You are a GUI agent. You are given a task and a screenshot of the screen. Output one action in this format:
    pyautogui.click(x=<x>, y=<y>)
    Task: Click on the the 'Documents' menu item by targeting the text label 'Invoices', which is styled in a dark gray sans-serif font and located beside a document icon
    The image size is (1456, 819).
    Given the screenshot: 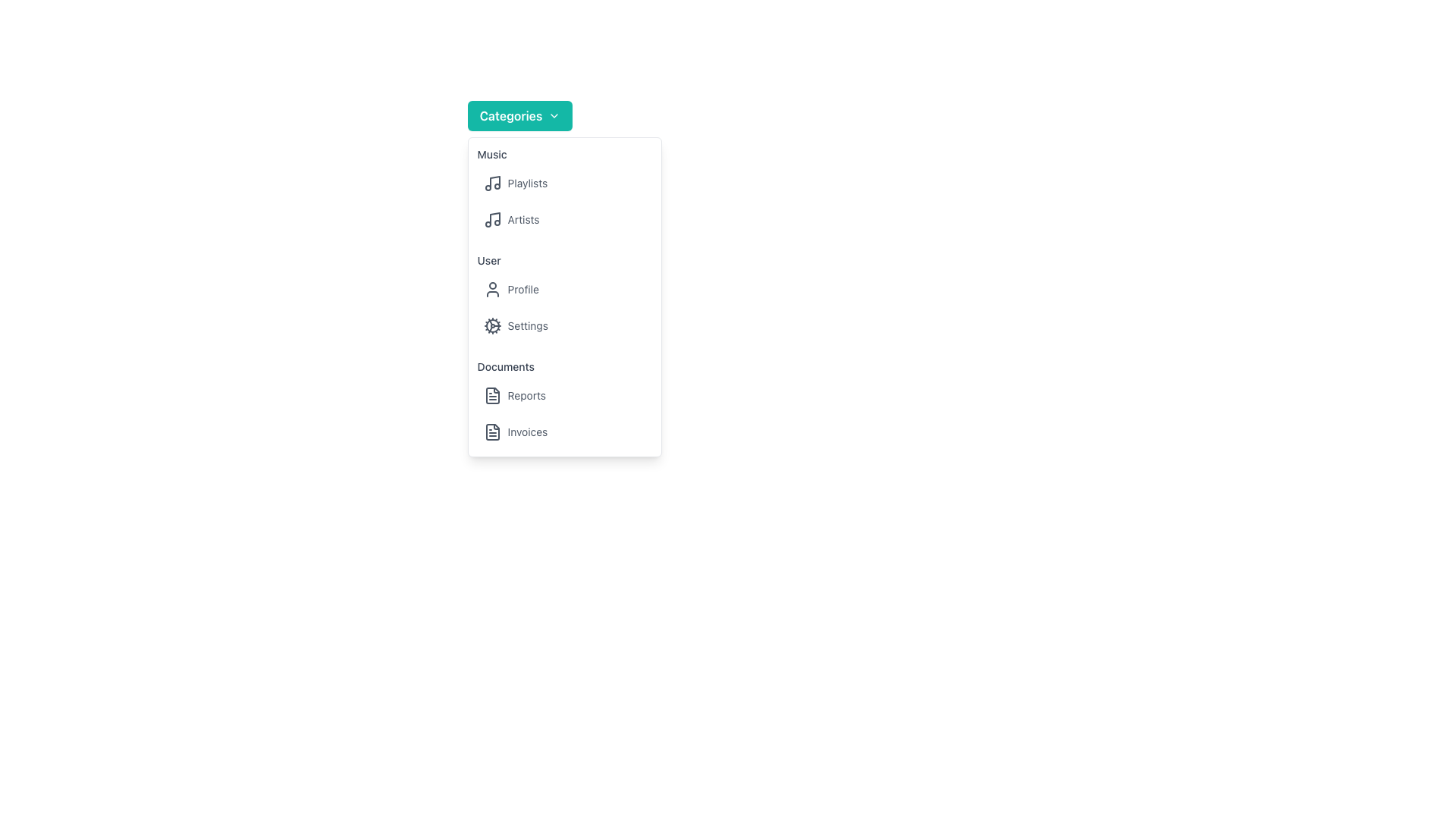 What is the action you would take?
    pyautogui.click(x=528, y=432)
    